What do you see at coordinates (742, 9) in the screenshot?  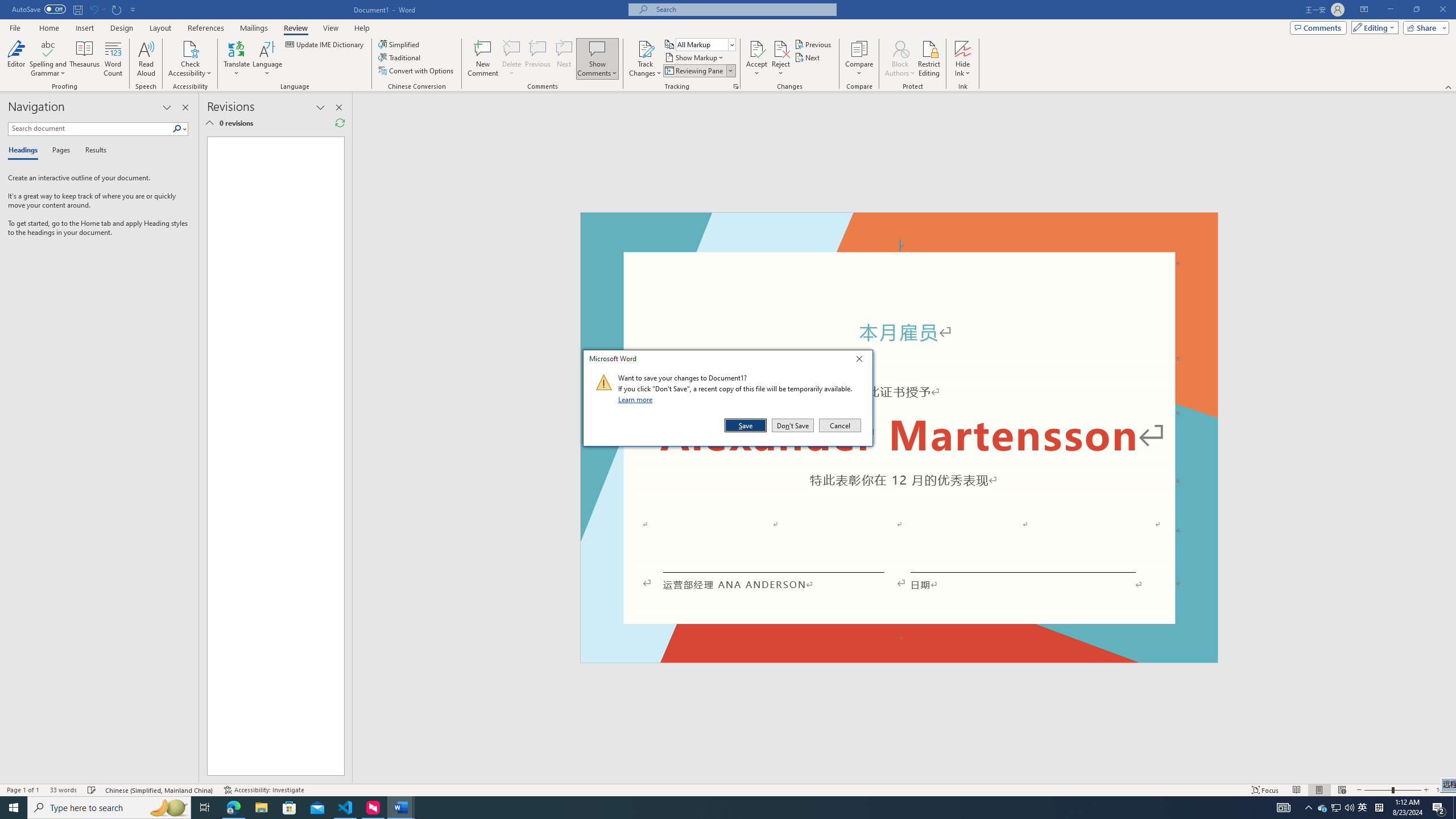 I see `'Microsoft search'` at bounding box center [742, 9].